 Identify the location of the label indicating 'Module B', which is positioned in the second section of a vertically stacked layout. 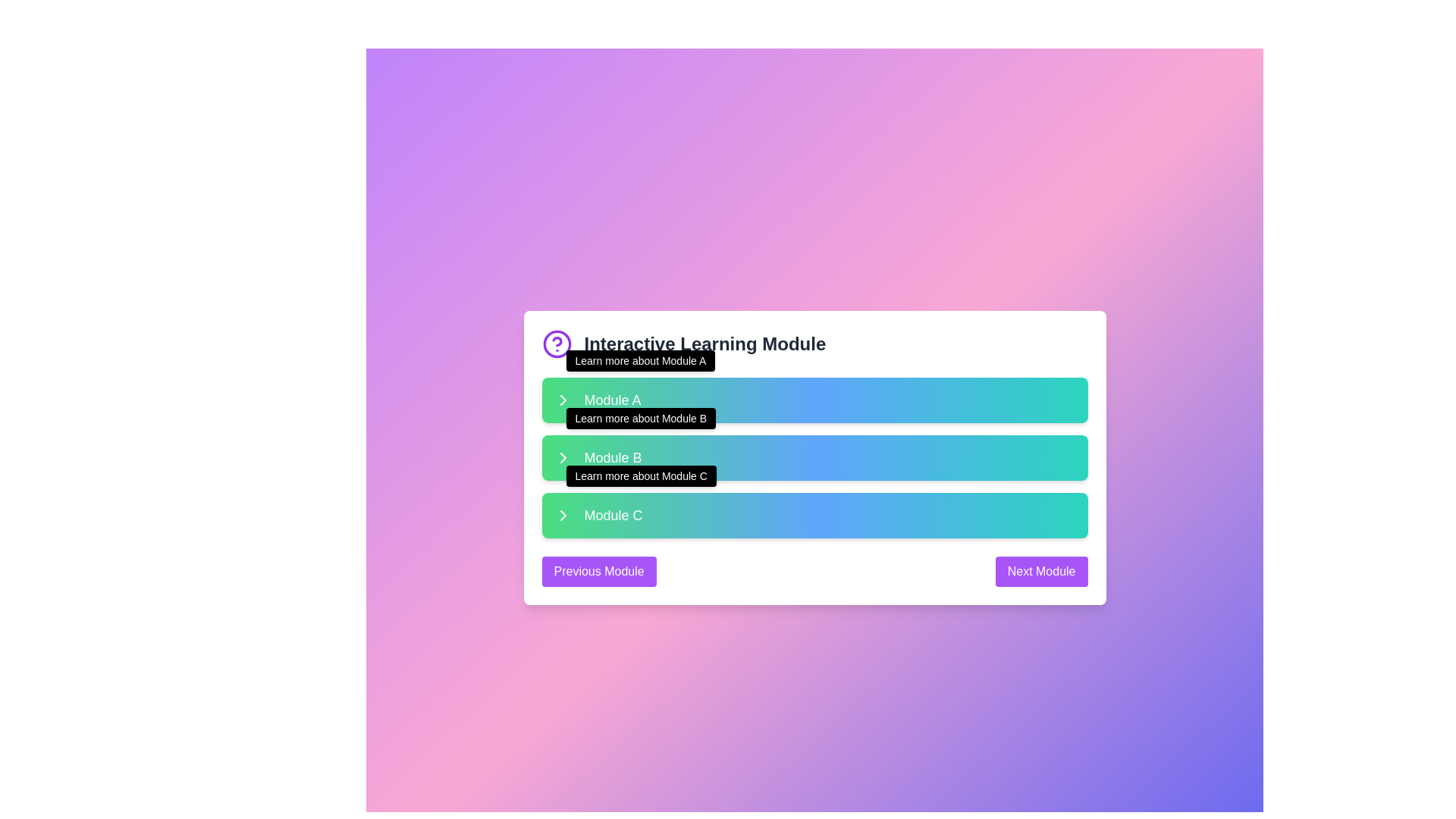
(613, 457).